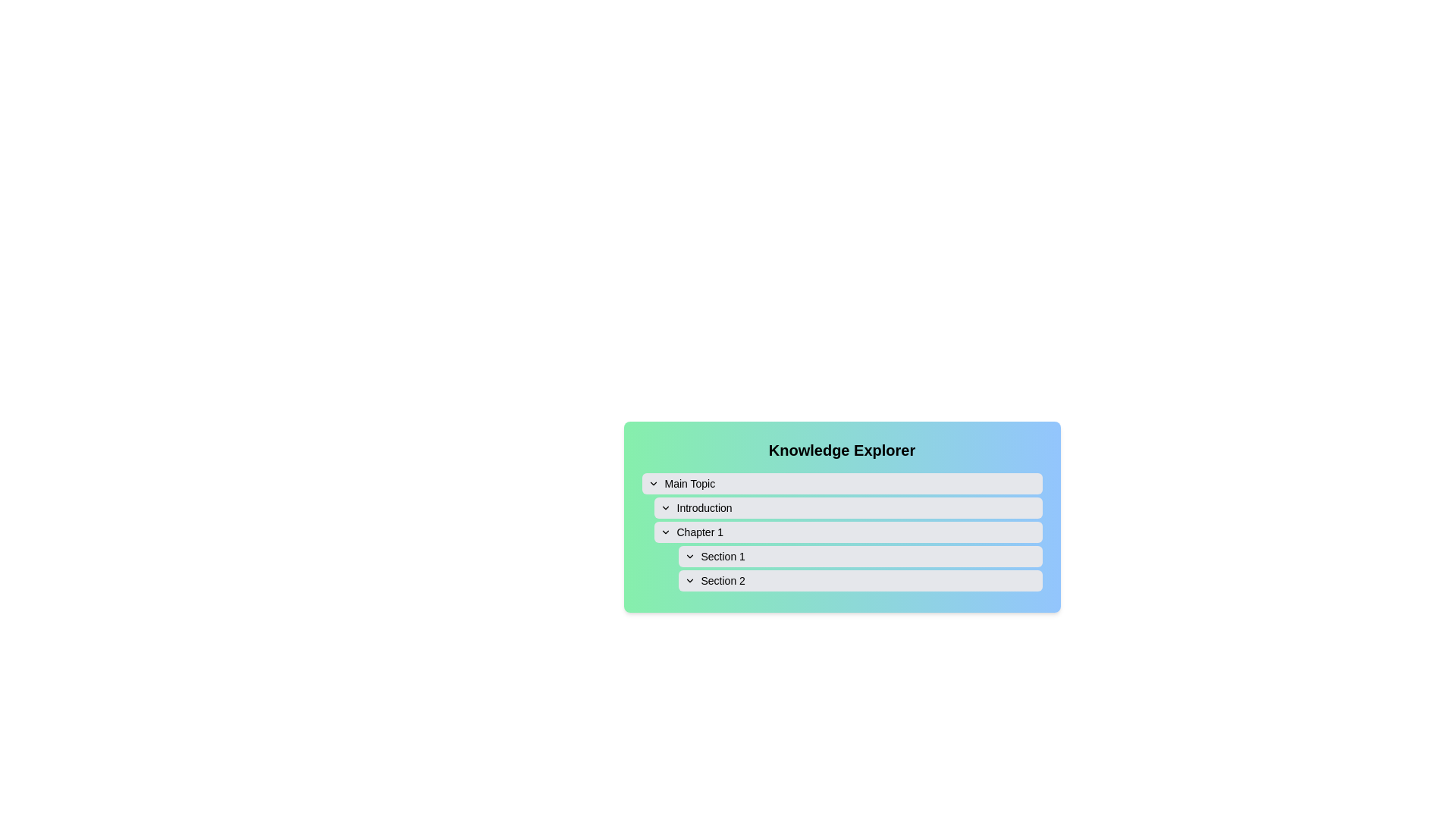 This screenshot has width=1456, height=819. Describe the element at coordinates (841, 450) in the screenshot. I see `the centered, bold, large title text 'Knowledge Explorer' located at the top center of a gradient background card transitioning from green to blue` at that location.